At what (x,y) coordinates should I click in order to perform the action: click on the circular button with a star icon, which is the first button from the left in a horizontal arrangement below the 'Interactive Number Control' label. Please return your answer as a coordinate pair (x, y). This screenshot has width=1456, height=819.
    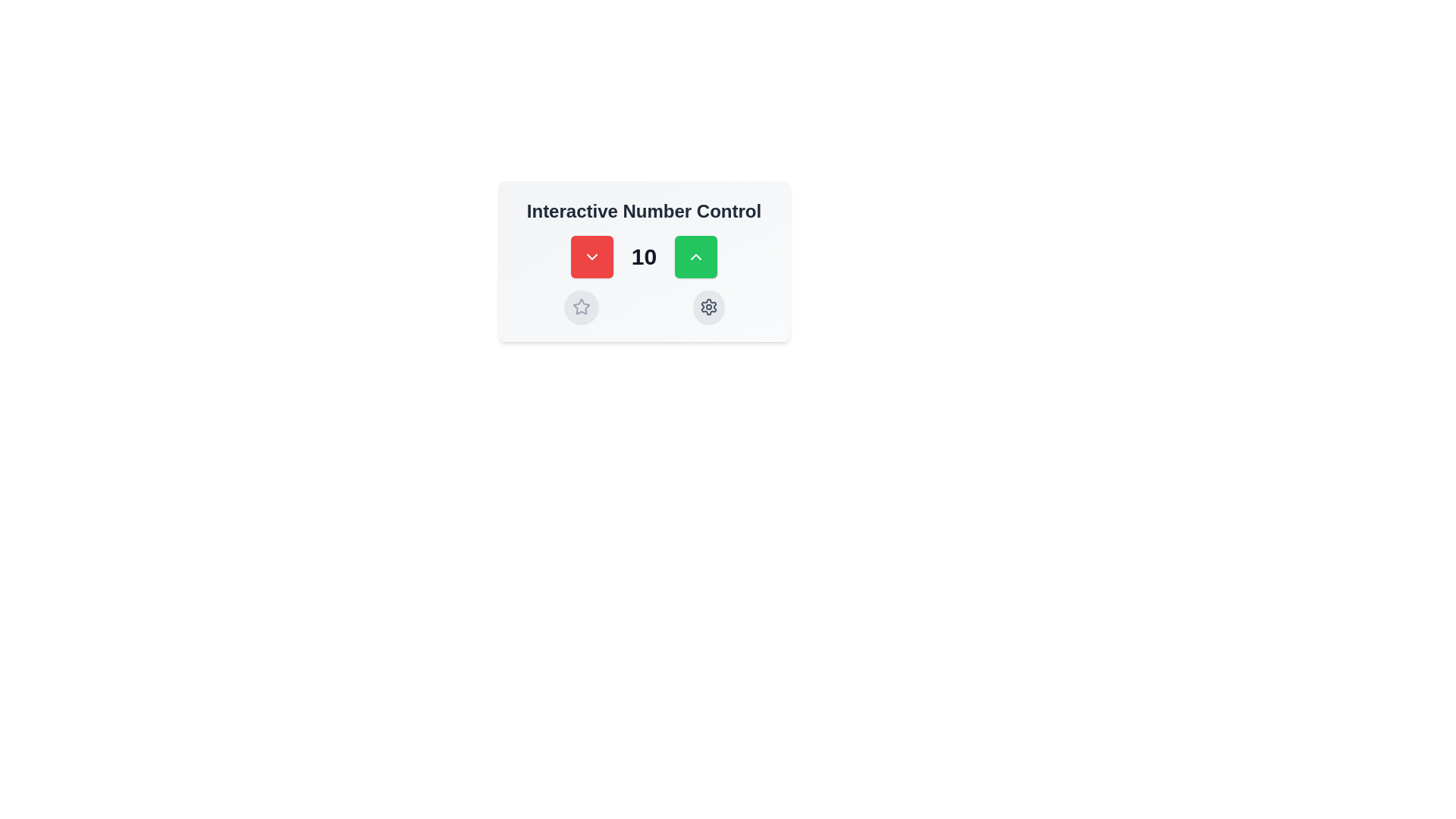
    Looking at the image, I should click on (580, 307).